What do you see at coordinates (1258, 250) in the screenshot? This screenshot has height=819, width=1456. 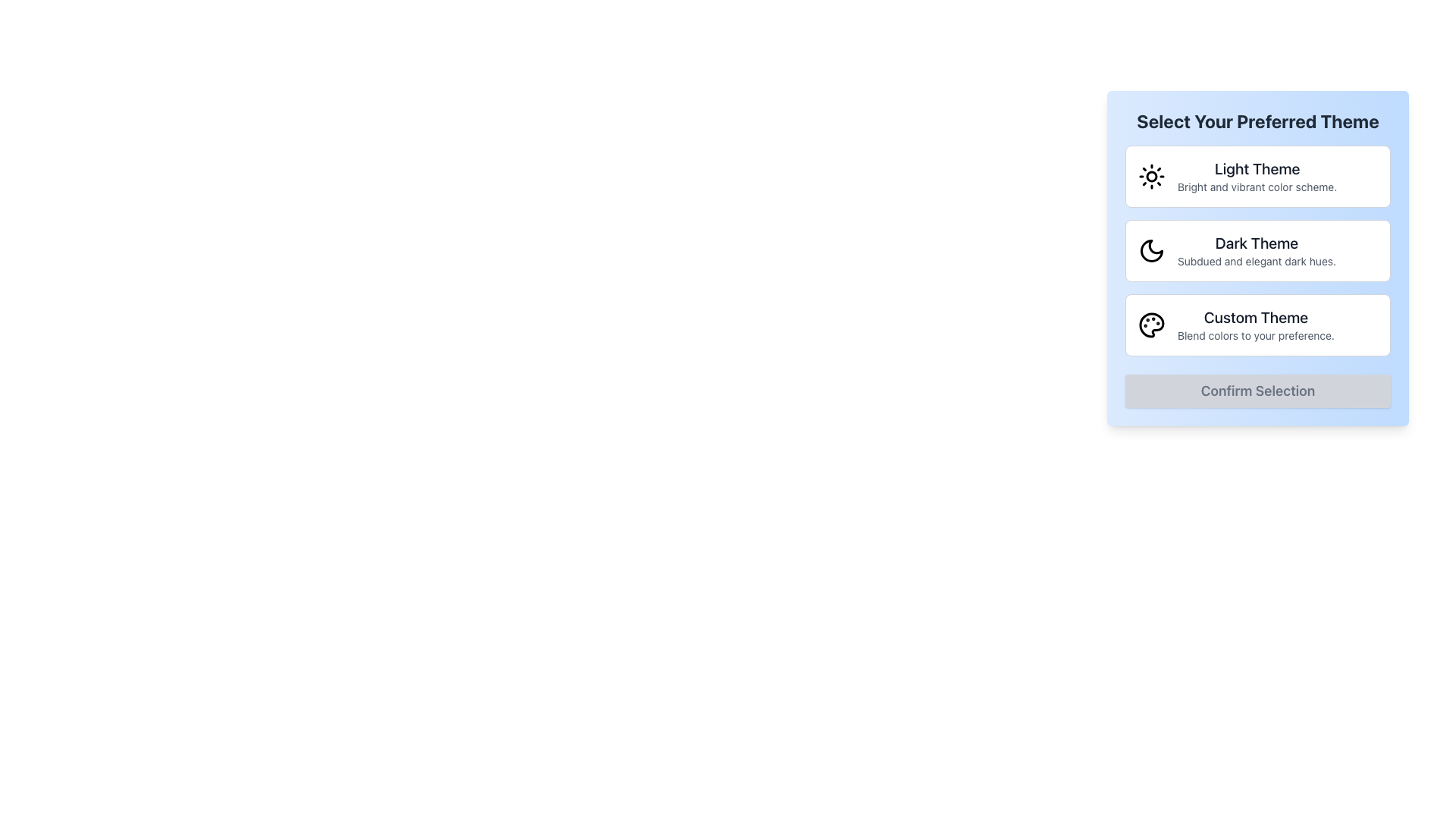 I see `the 'Dark Theme' selectable card option, which is the second card in the theme selection list, featuring a moon icon, bold title 'Dark Theme', and a description below it` at bounding box center [1258, 250].